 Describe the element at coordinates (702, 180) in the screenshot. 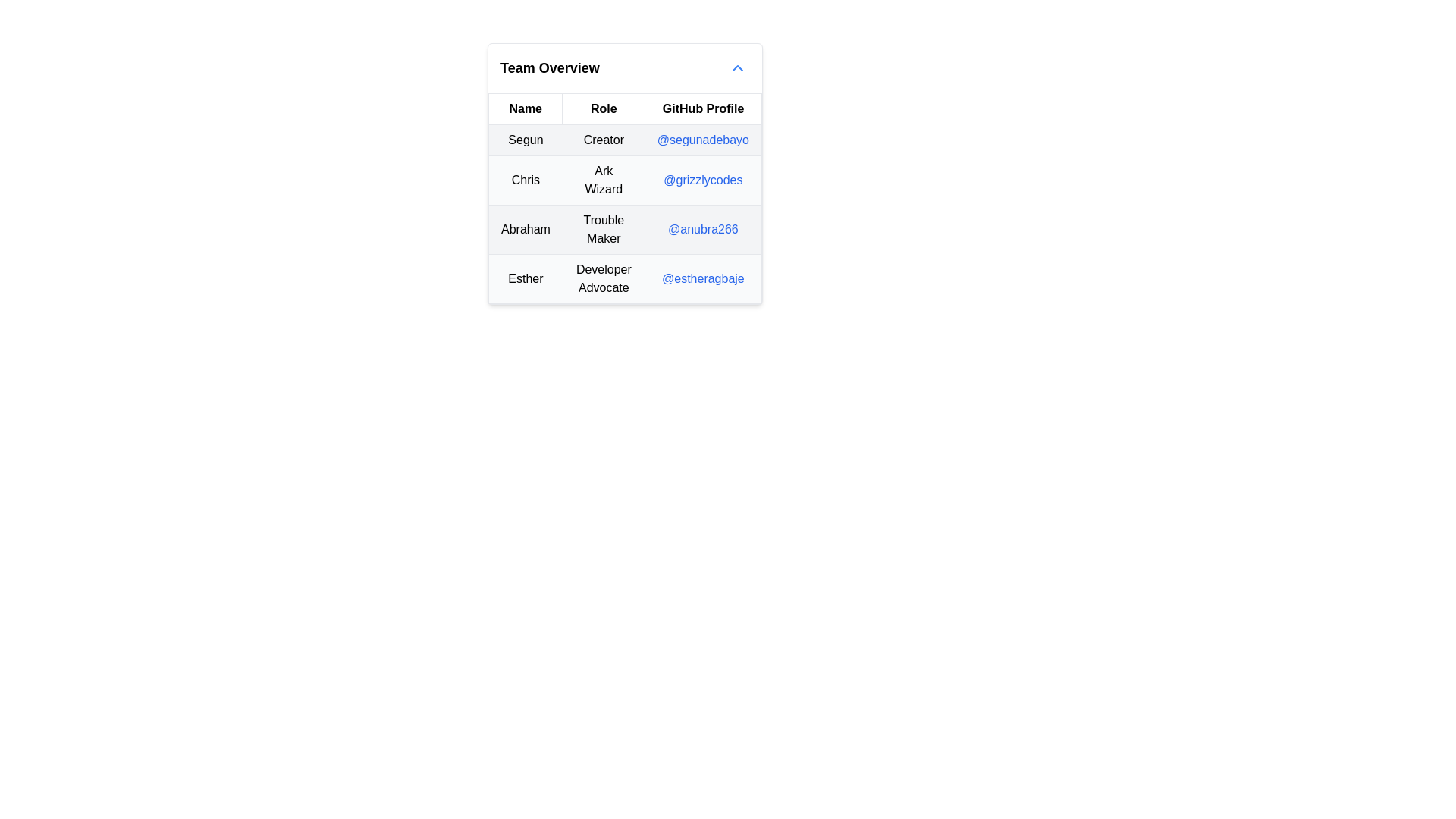

I see `the hyperlink '@grizzlycodes' in the 'GitHub Profile' column of the table` at that location.